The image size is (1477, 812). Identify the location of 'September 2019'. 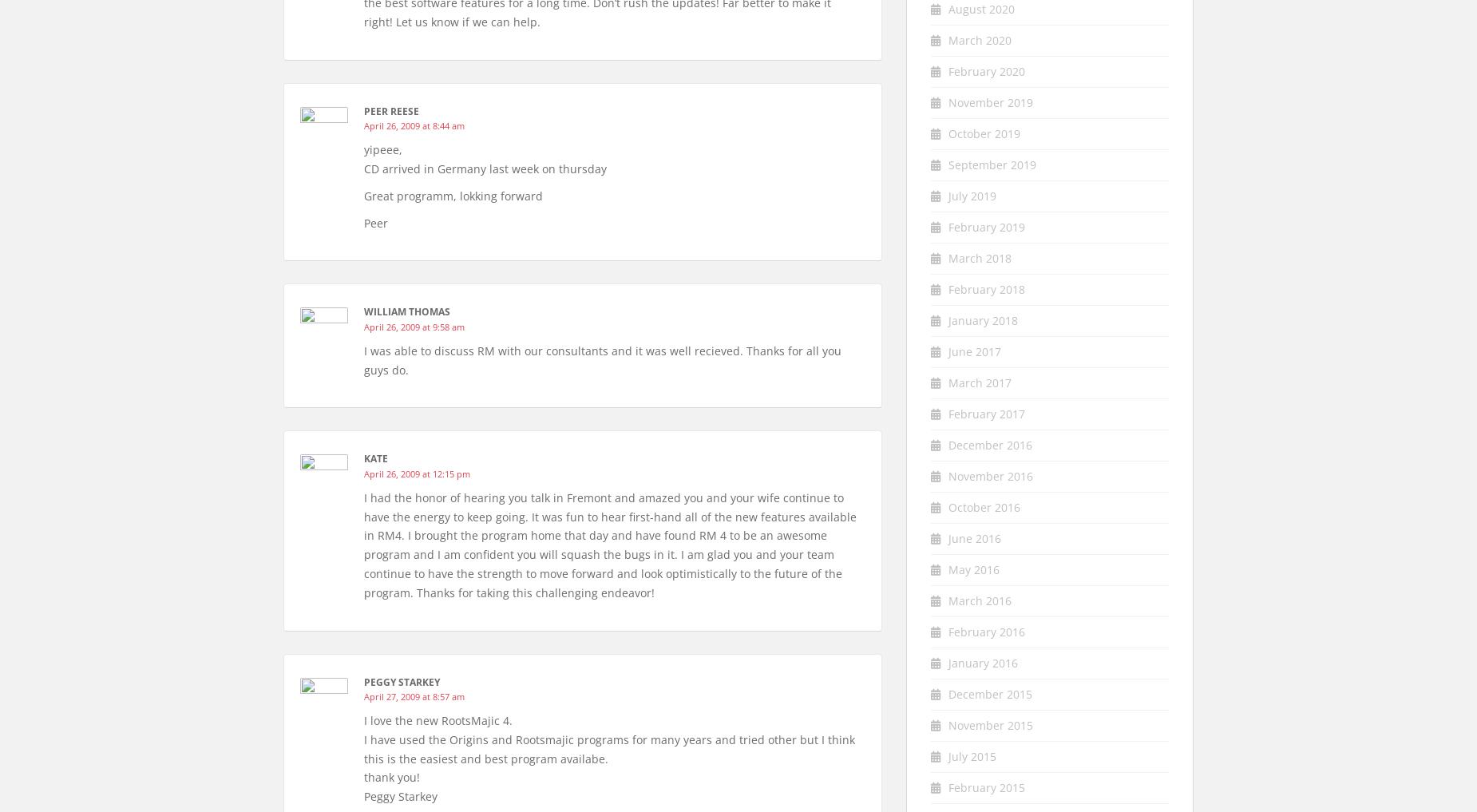
(992, 164).